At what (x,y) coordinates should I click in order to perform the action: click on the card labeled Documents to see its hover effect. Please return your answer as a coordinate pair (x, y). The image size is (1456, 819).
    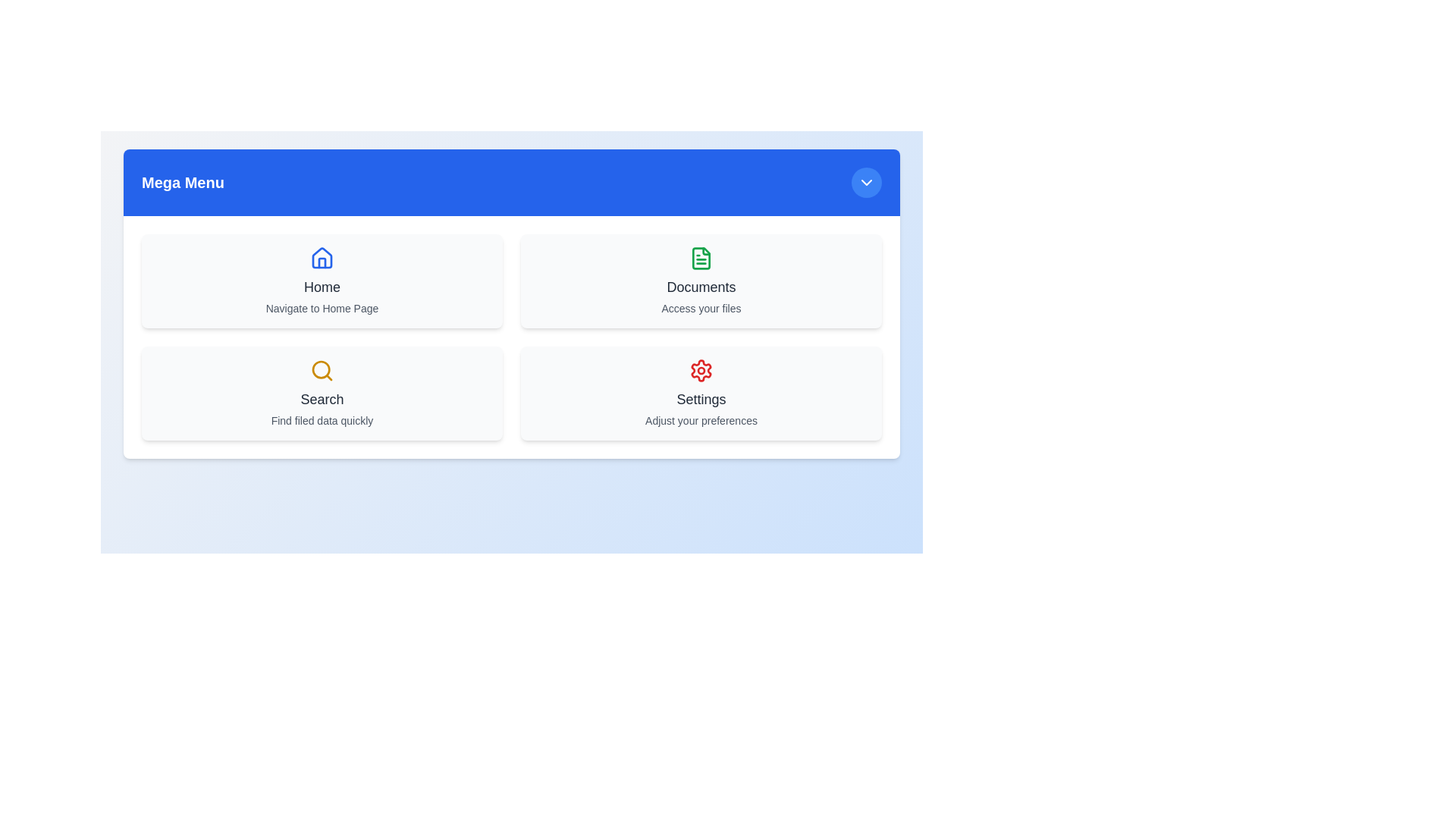
    Looking at the image, I should click on (701, 281).